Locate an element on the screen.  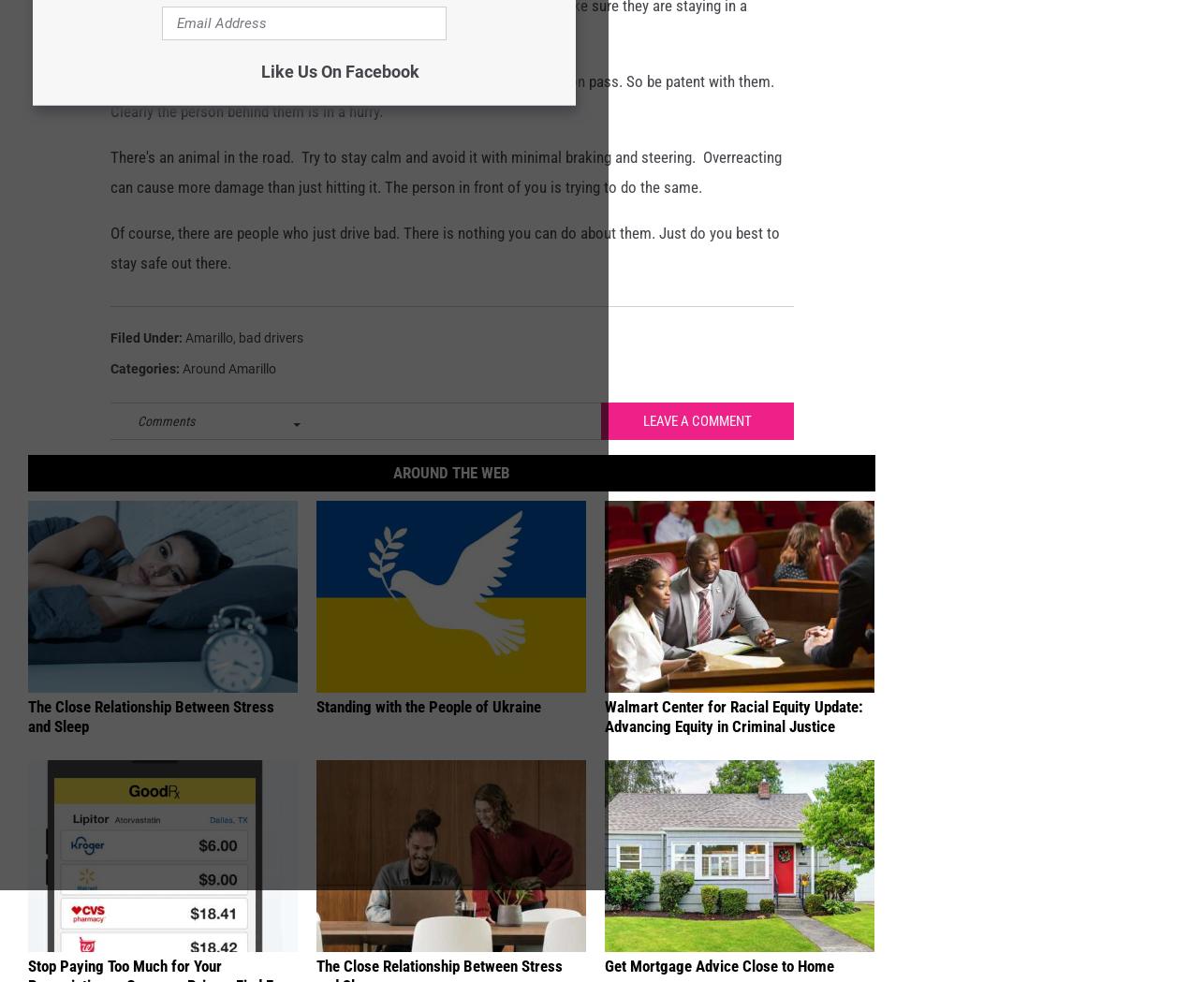
'Leave A Comment' is located at coordinates (697, 451).